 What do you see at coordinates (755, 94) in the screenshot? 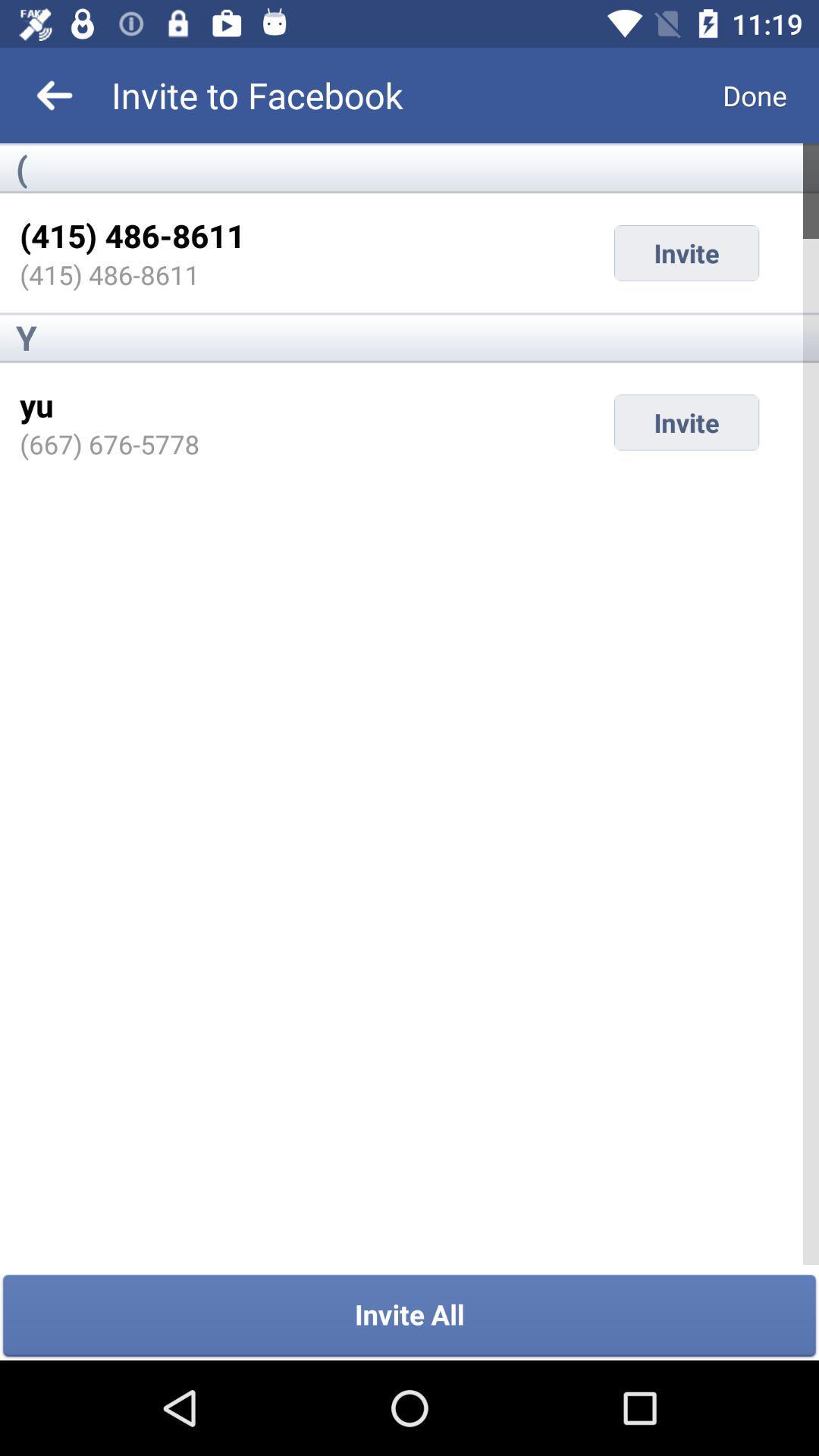
I see `item above the ( icon` at bounding box center [755, 94].